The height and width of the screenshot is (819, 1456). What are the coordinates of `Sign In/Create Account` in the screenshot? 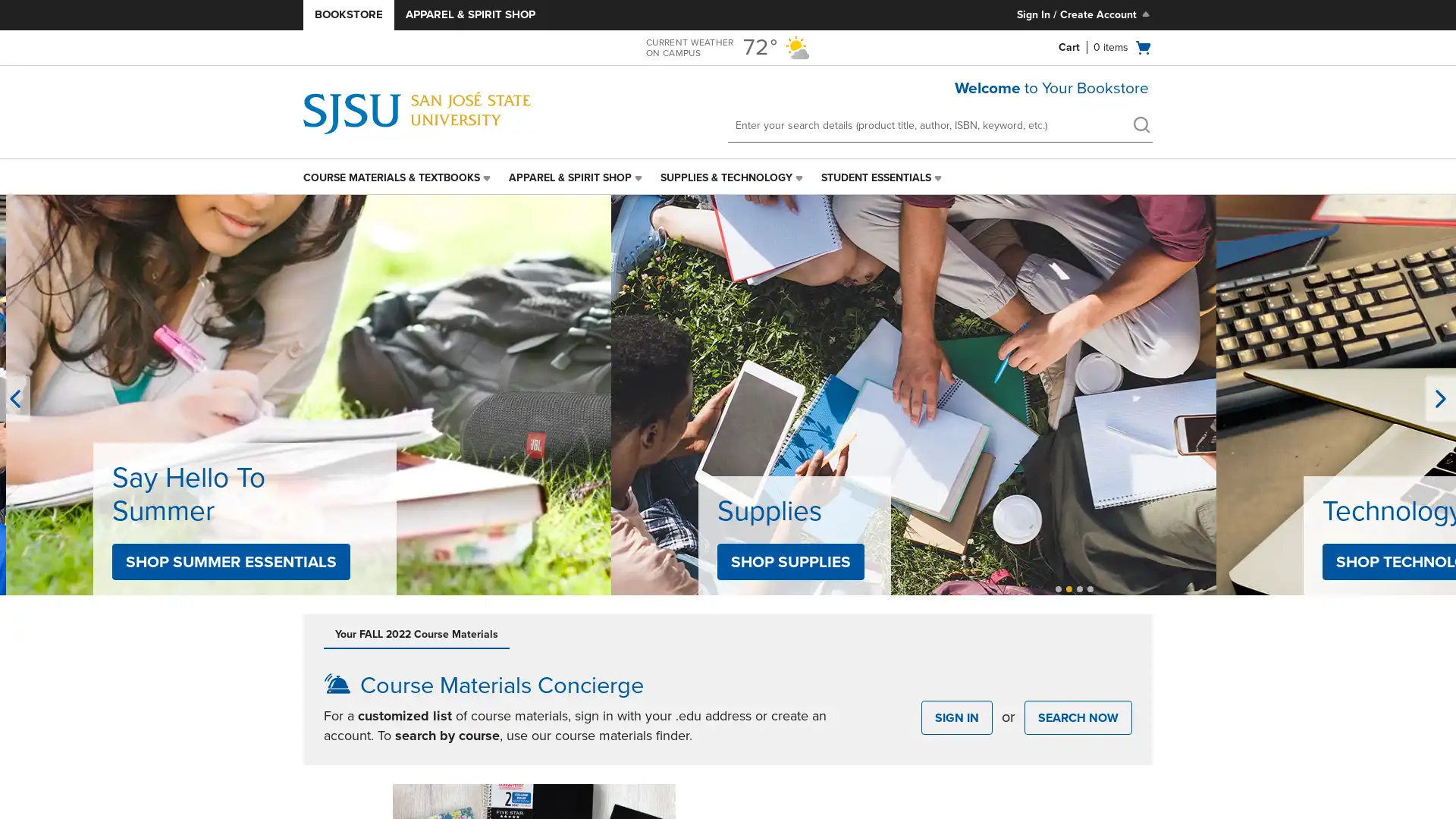 It's located at (1084, 14).